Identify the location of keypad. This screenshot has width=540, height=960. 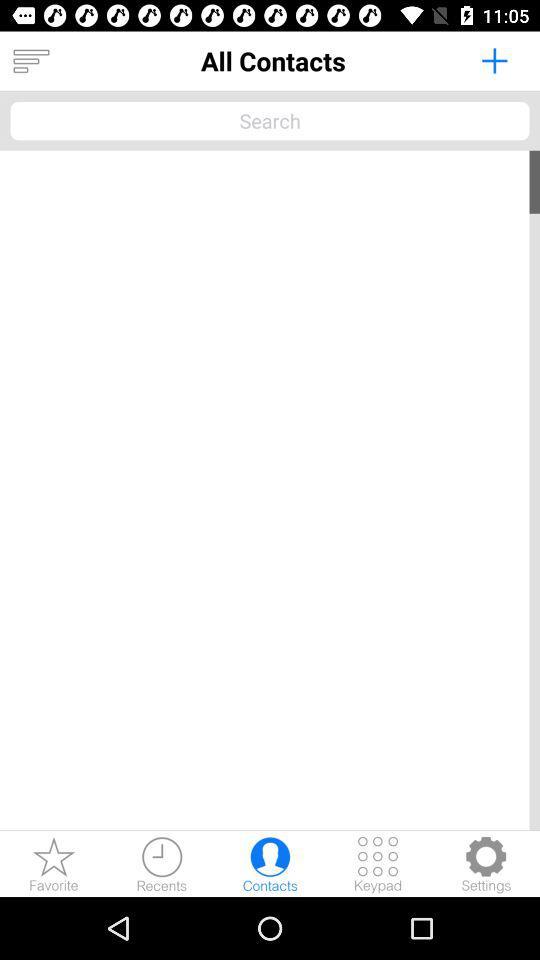
(378, 863).